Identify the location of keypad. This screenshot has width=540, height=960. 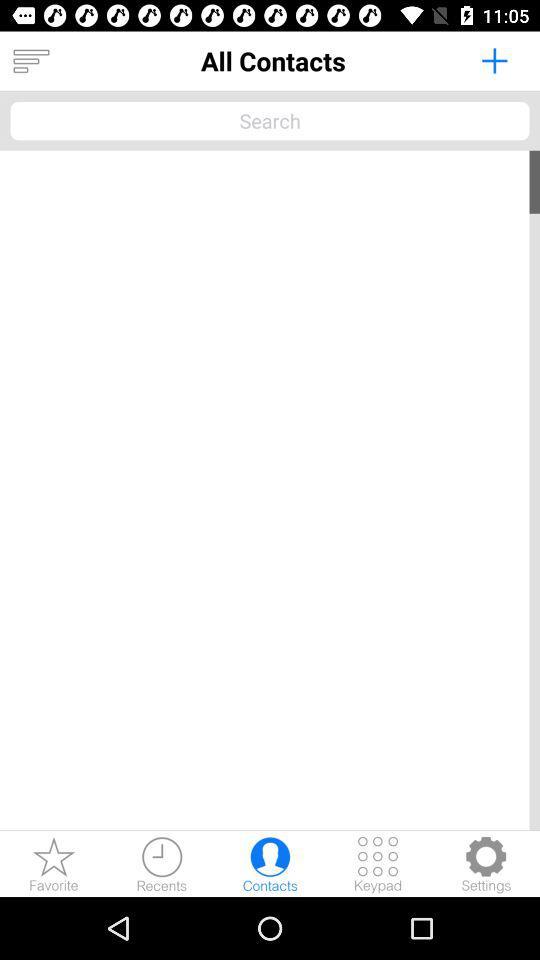
(378, 863).